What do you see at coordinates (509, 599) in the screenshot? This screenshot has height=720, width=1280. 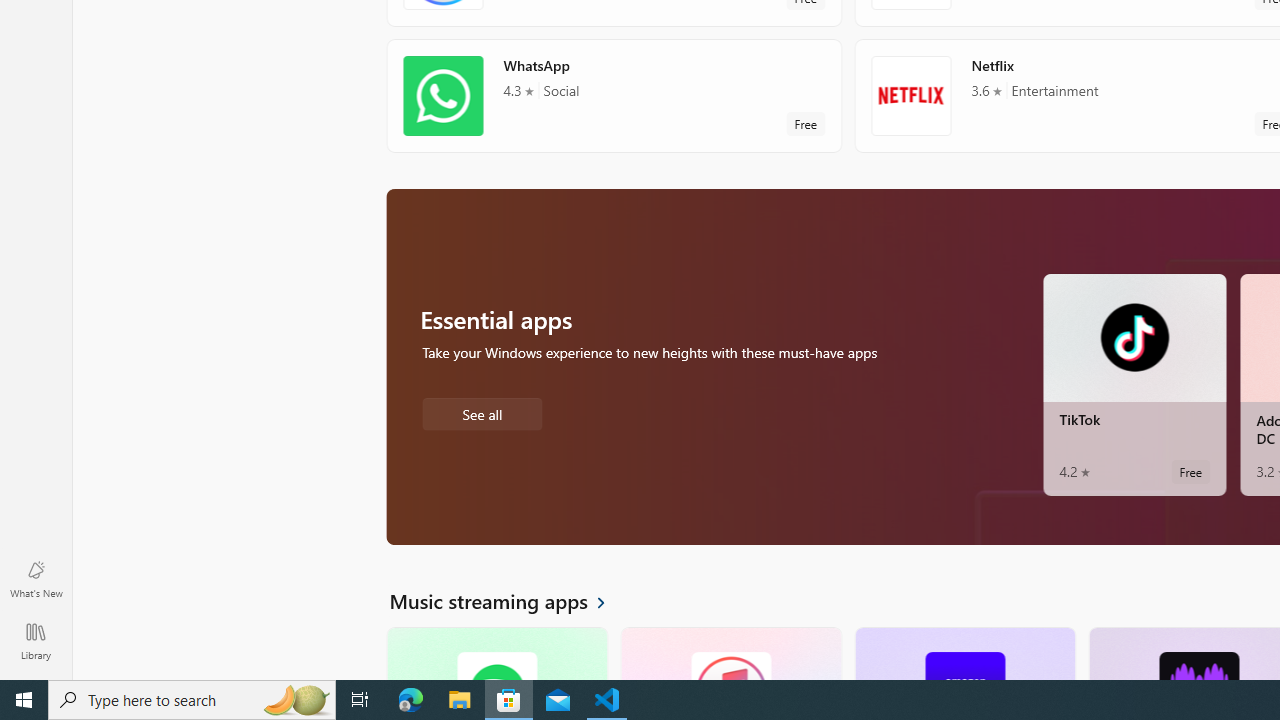 I see `'See all  Music streaming apps'` at bounding box center [509, 599].